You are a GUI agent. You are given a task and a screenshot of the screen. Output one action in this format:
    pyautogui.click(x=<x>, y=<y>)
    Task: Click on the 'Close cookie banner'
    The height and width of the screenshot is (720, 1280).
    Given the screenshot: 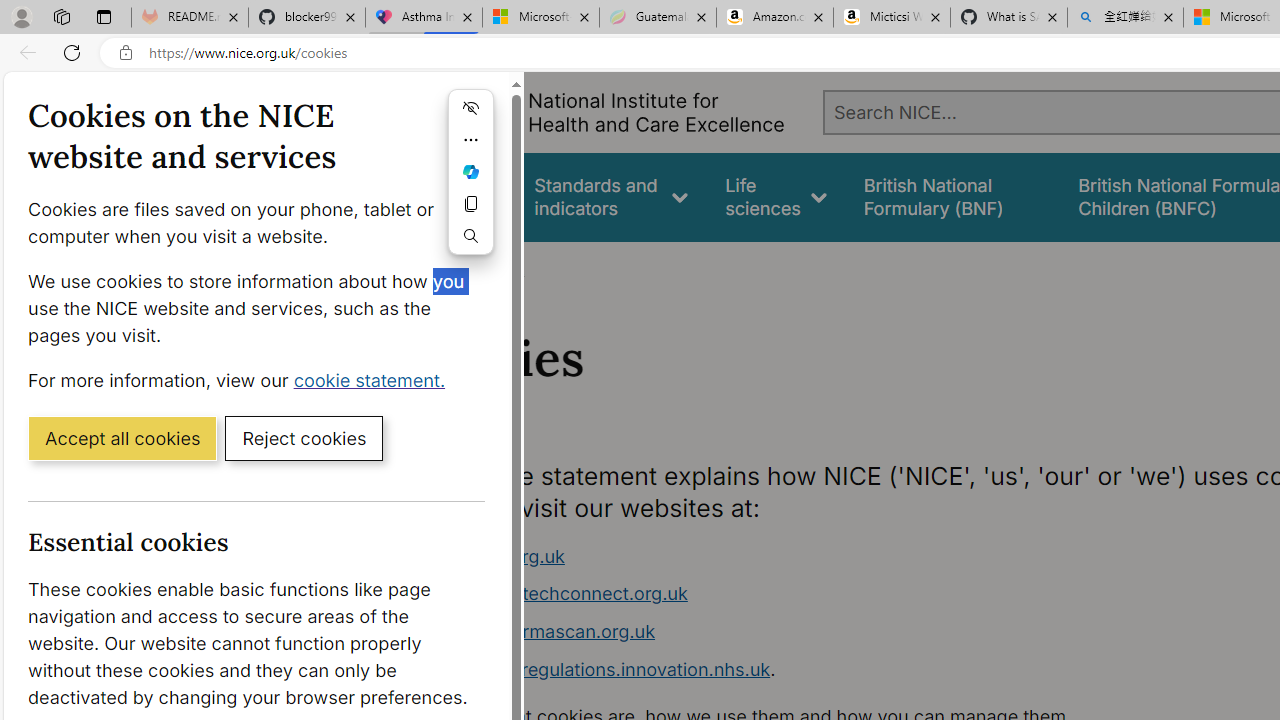 What is the action you would take?
    pyautogui.click(x=480, y=100)
    